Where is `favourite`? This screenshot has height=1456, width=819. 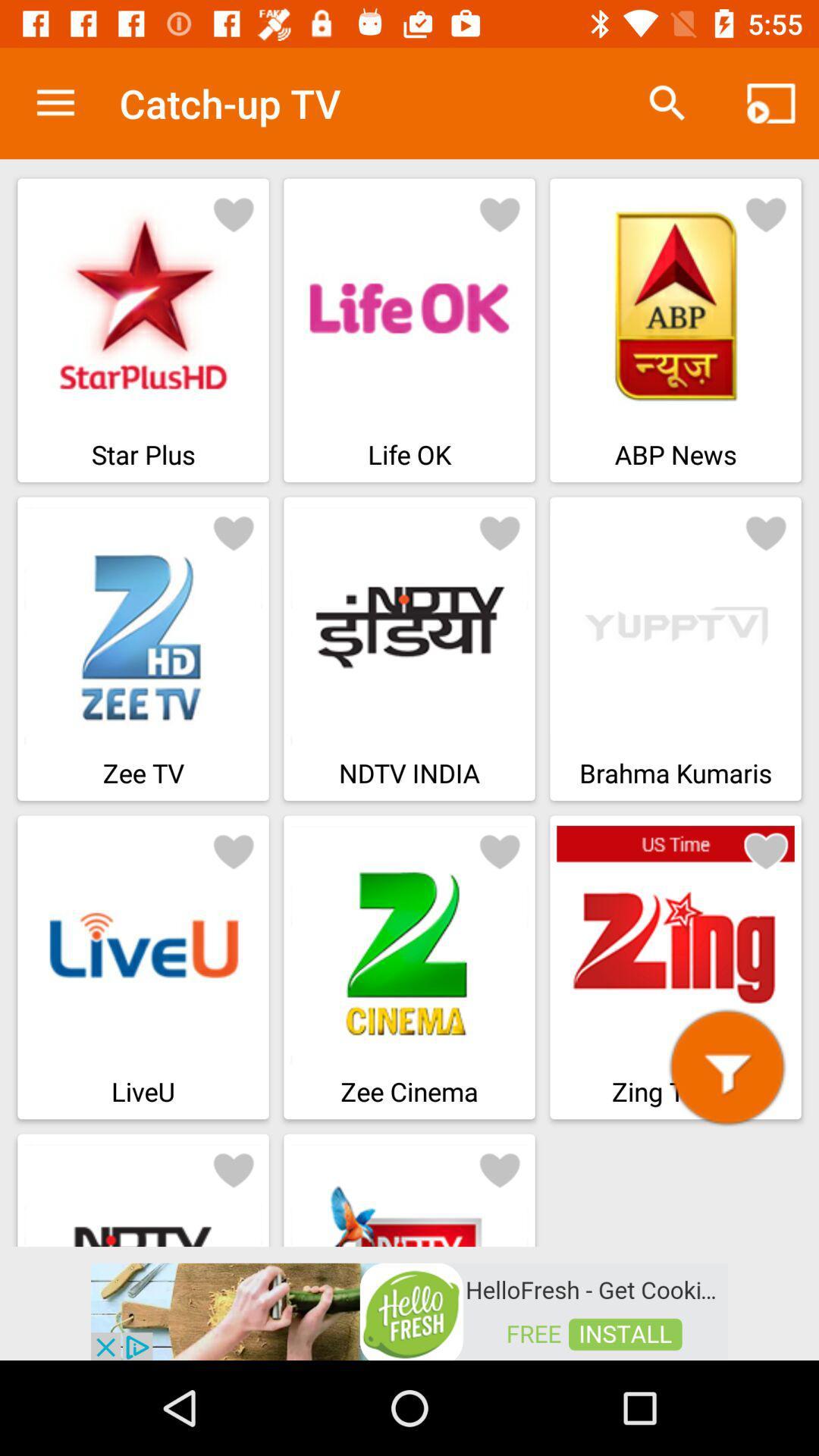
favourite is located at coordinates (500, 532).